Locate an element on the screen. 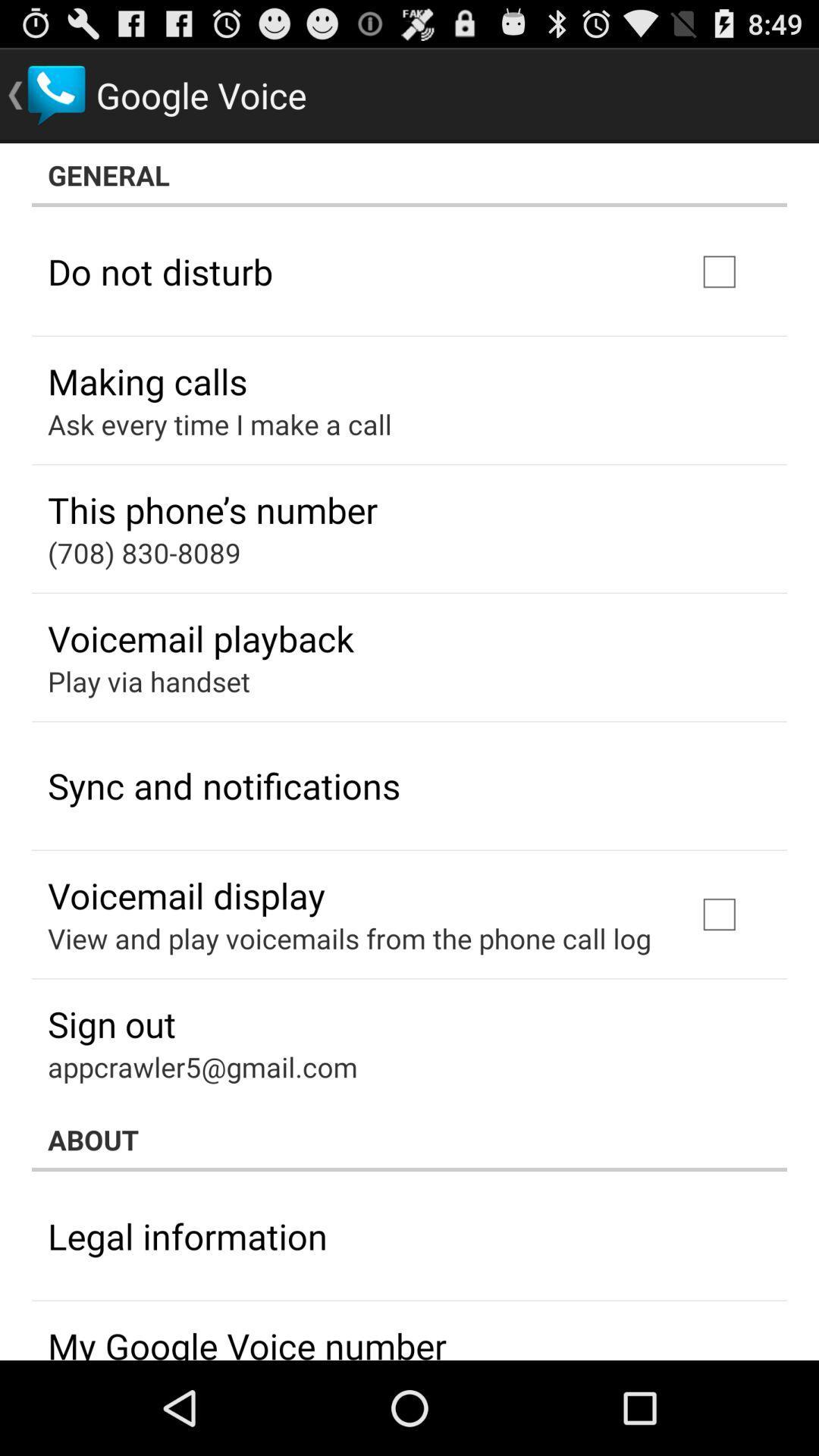 The width and height of the screenshot is (819, 1456). item above the this phone s item is located at coordinates (219, 424).